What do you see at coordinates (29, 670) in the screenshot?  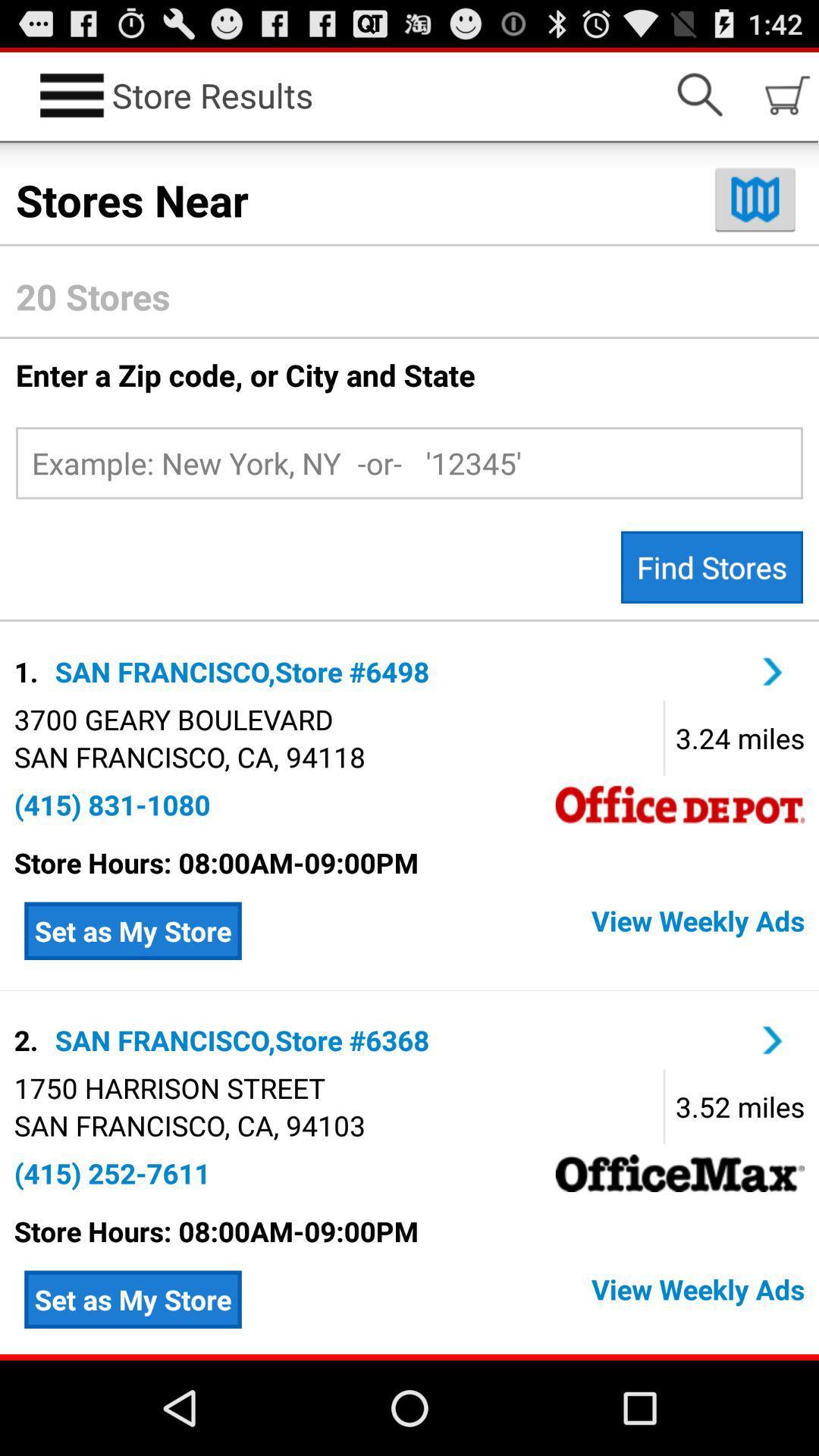 I see `1.  icon` at bounding box center [29, 670].